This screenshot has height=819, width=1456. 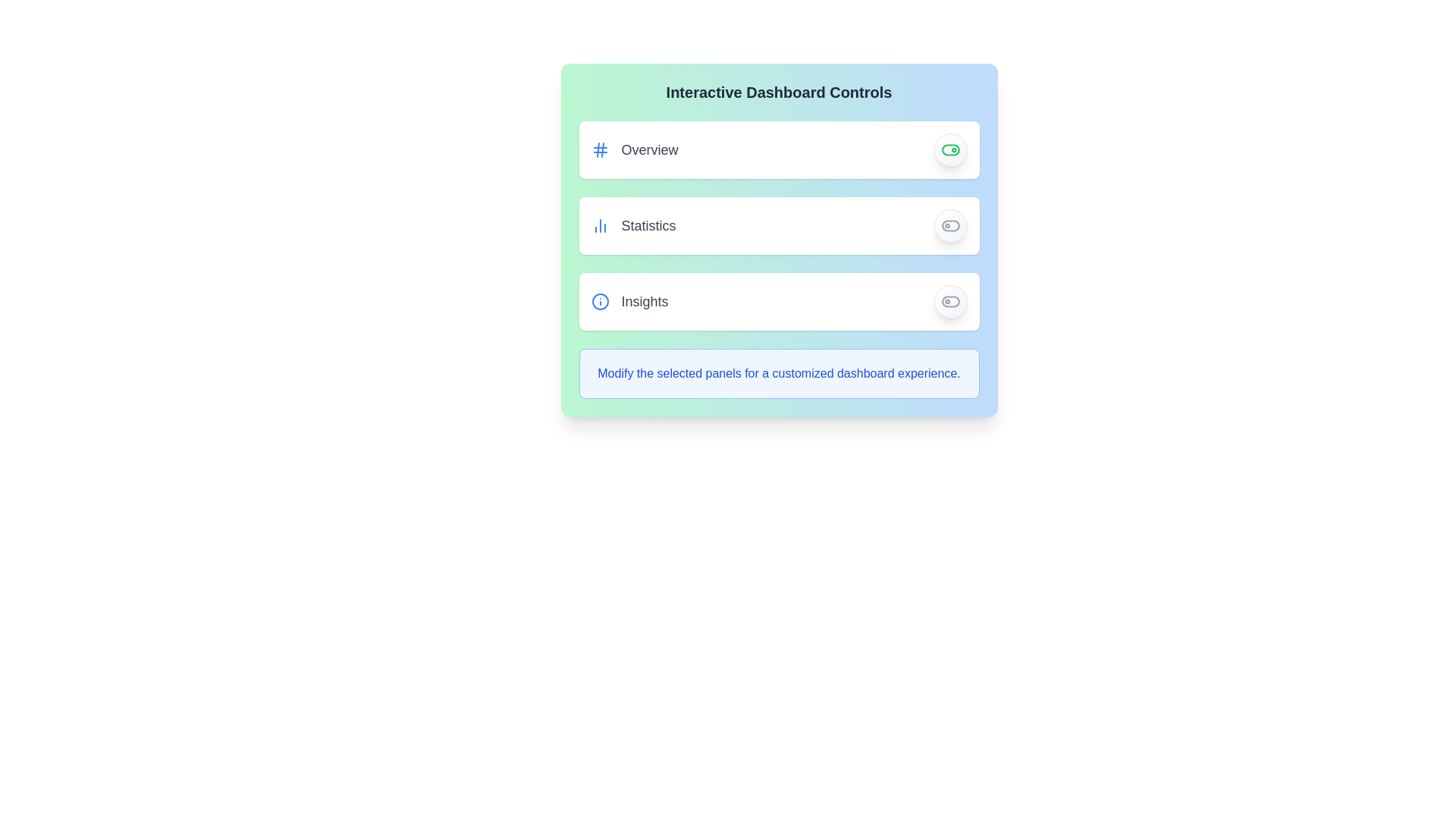 I want to click on the static informational text that reads 'Modify the selected panels for a customized dashboard experience.' positioned at the bottom of the 'Interactive Dashboard Controls' panel, so click(x=779, y=374).